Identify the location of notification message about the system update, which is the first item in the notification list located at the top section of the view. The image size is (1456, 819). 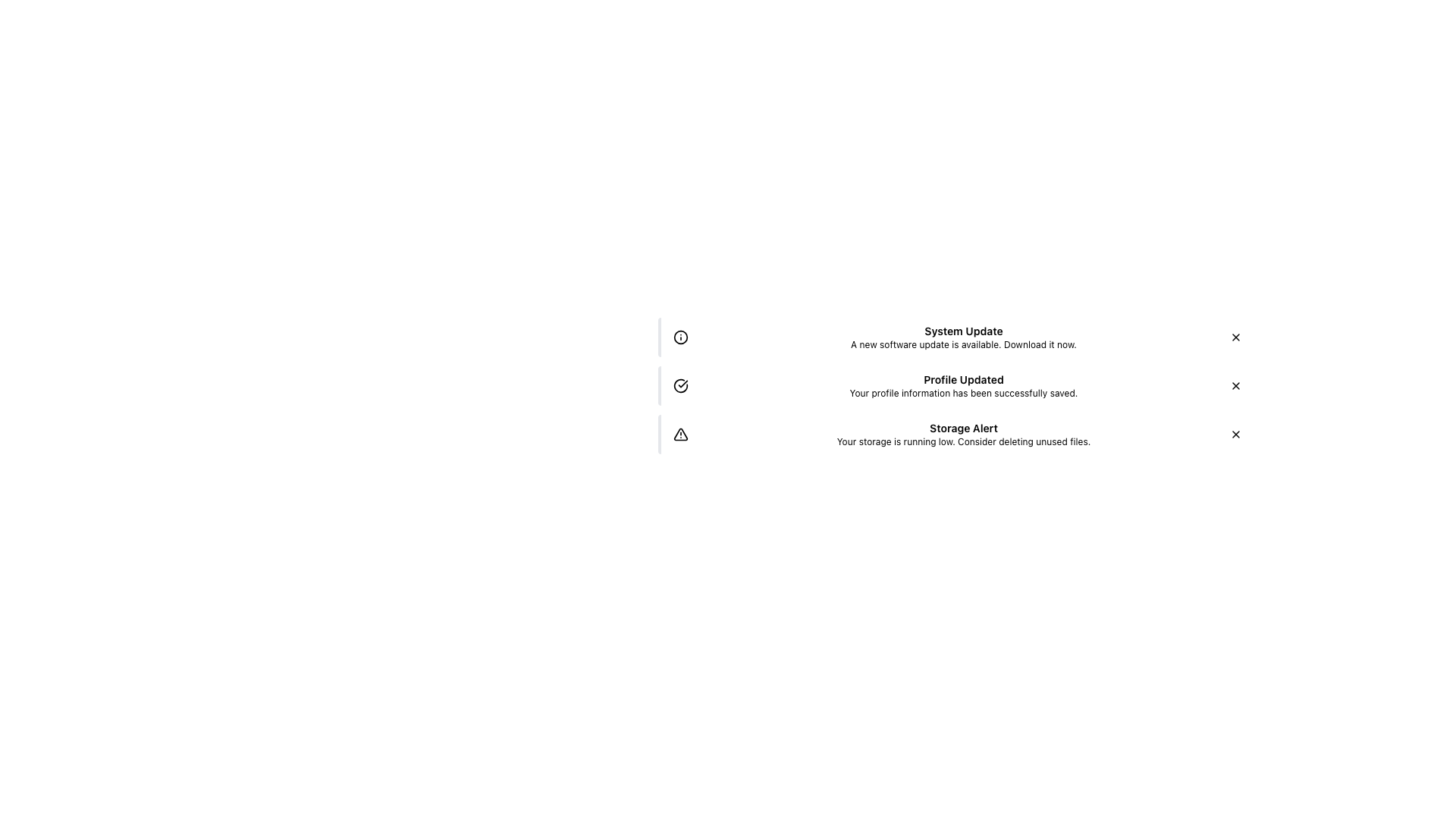
(963, 336).